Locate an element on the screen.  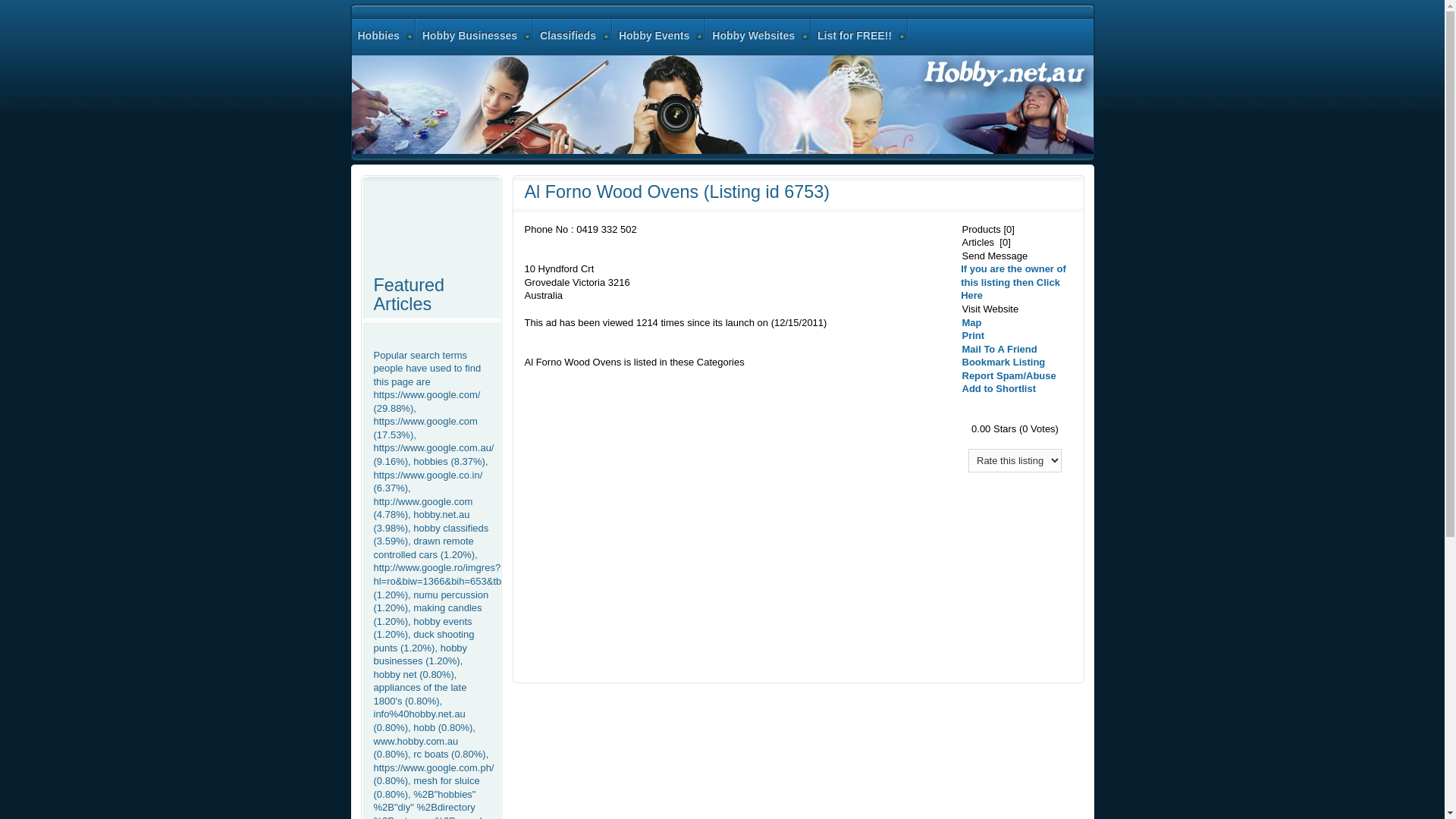
'Hobby Websites' is located at coordinates (758, 36).